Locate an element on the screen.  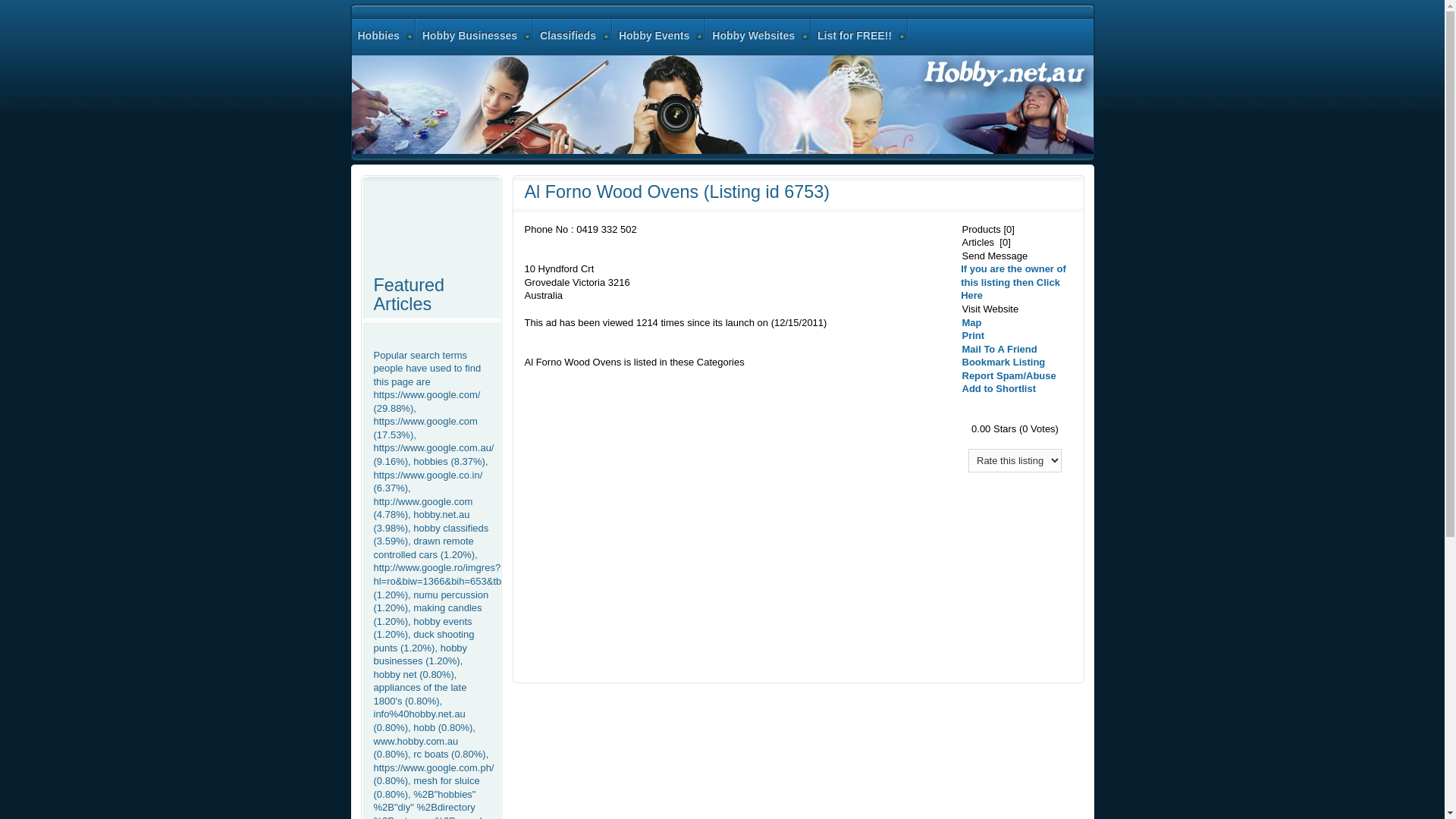
'Hobby Websites' is located at coordinates (758, 36).